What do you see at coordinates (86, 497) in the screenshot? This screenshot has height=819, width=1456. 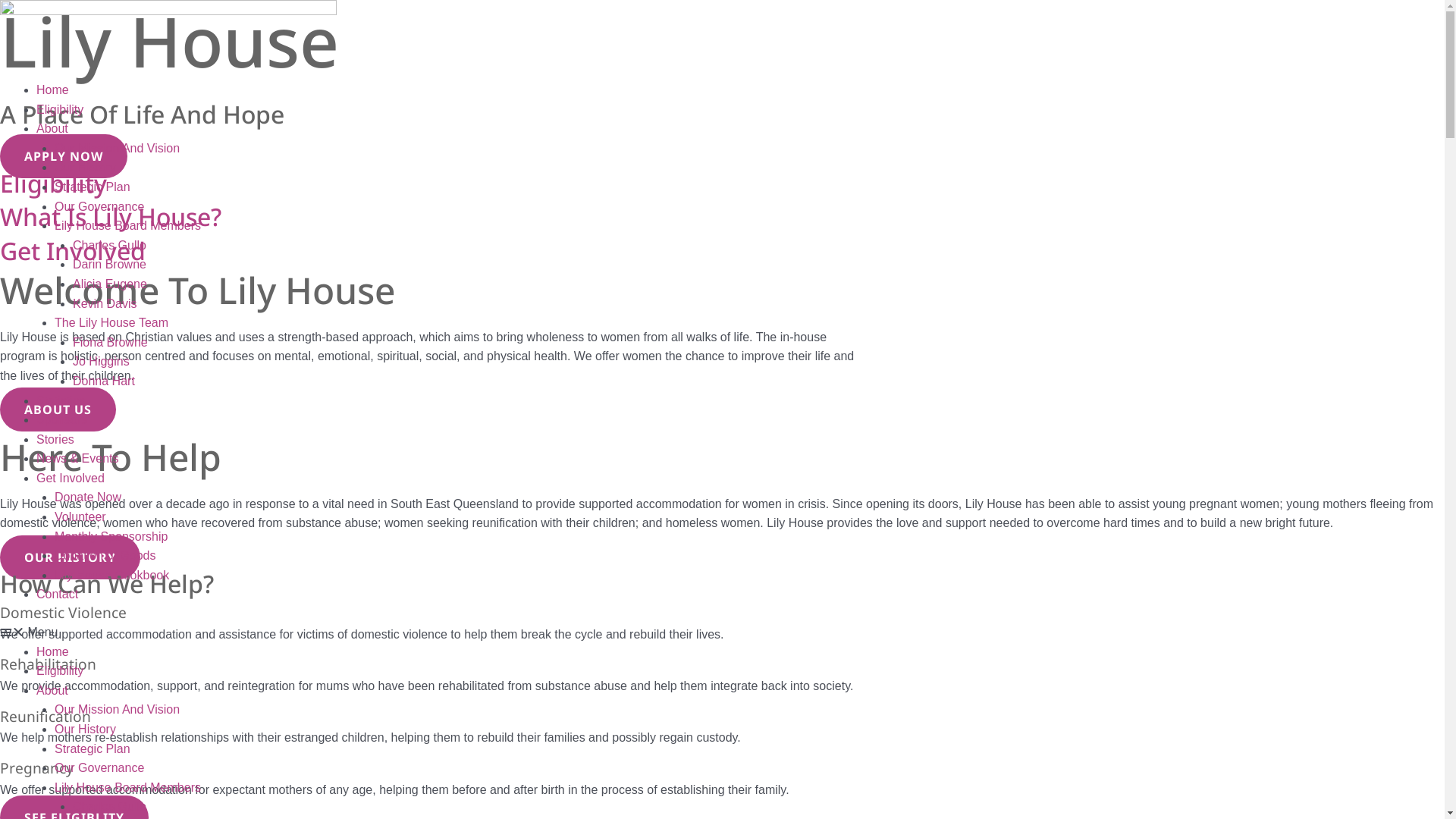 I see `'Donate Now'` at bounding box center [86, 497].